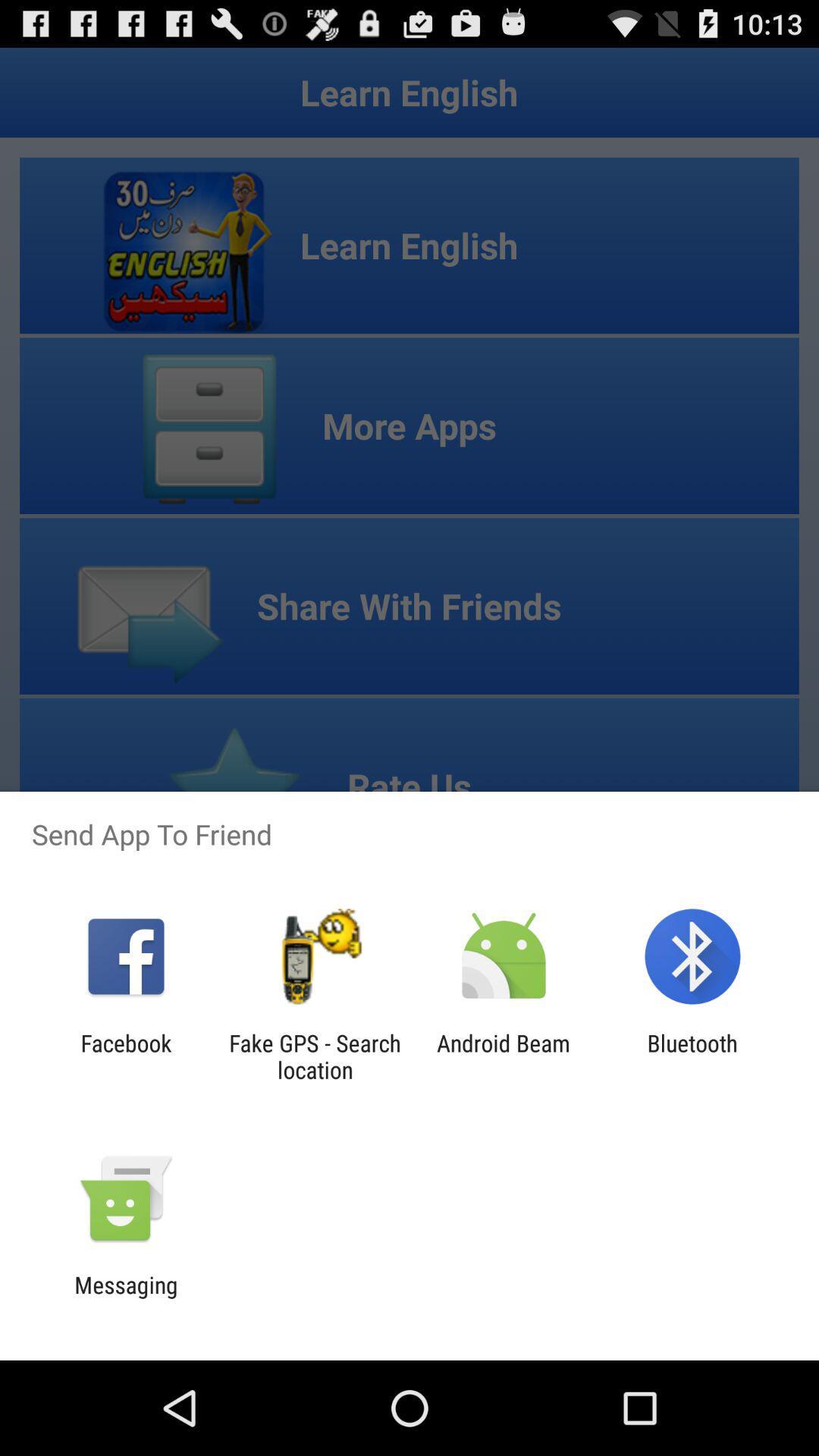 This screenshot has height=1456, width=819. I want to click on app next to the bluetooth icon, so click(504, 1056).